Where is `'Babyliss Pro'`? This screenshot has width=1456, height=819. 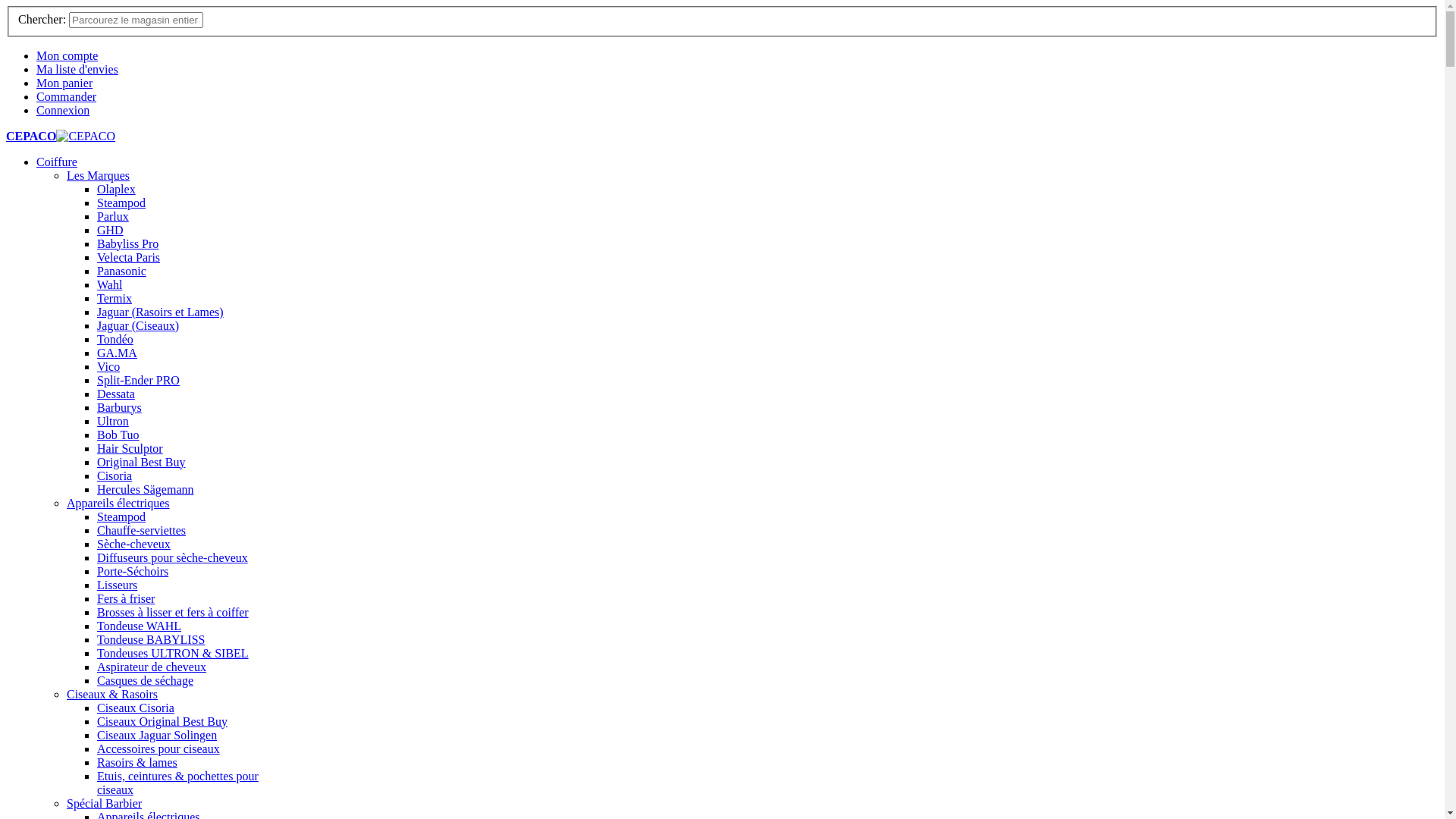
'Babyliss Pro' is located at coordinates (127, 243).